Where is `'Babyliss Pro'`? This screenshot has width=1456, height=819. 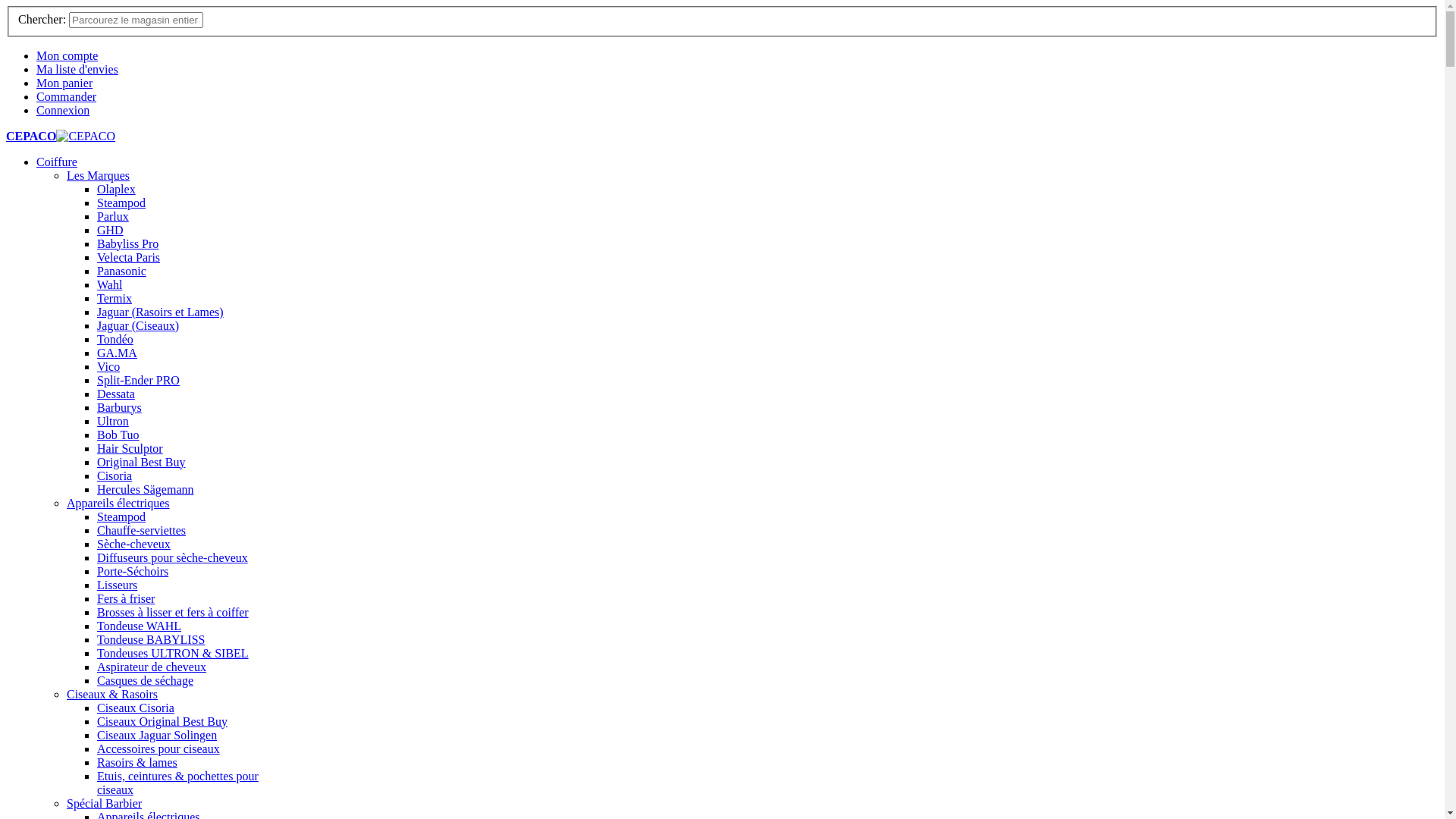
'Babyliss Pro' is located at coordinates (127, 243).